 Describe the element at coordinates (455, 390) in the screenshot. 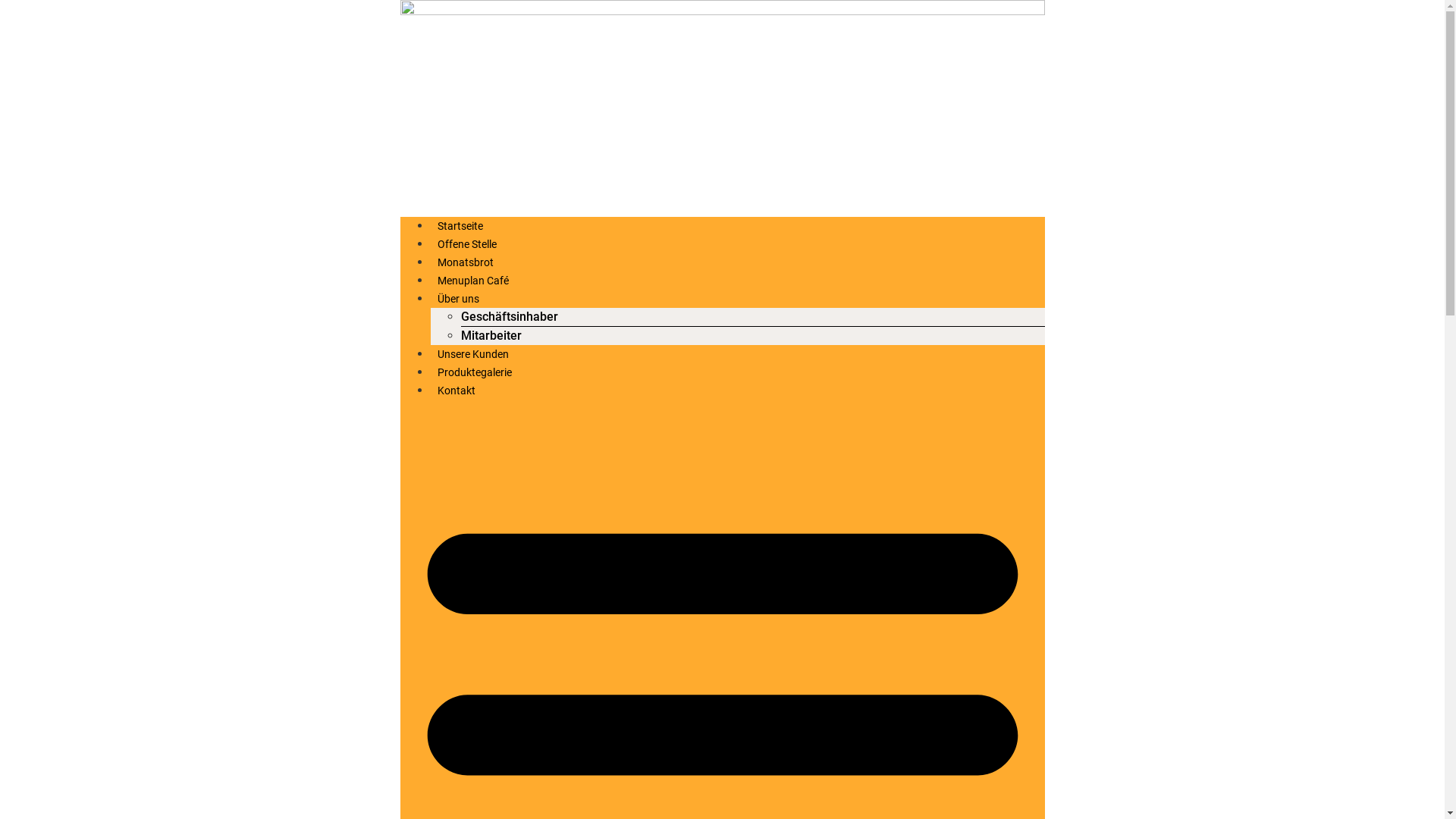

I see `'Kontakt'` at that location.